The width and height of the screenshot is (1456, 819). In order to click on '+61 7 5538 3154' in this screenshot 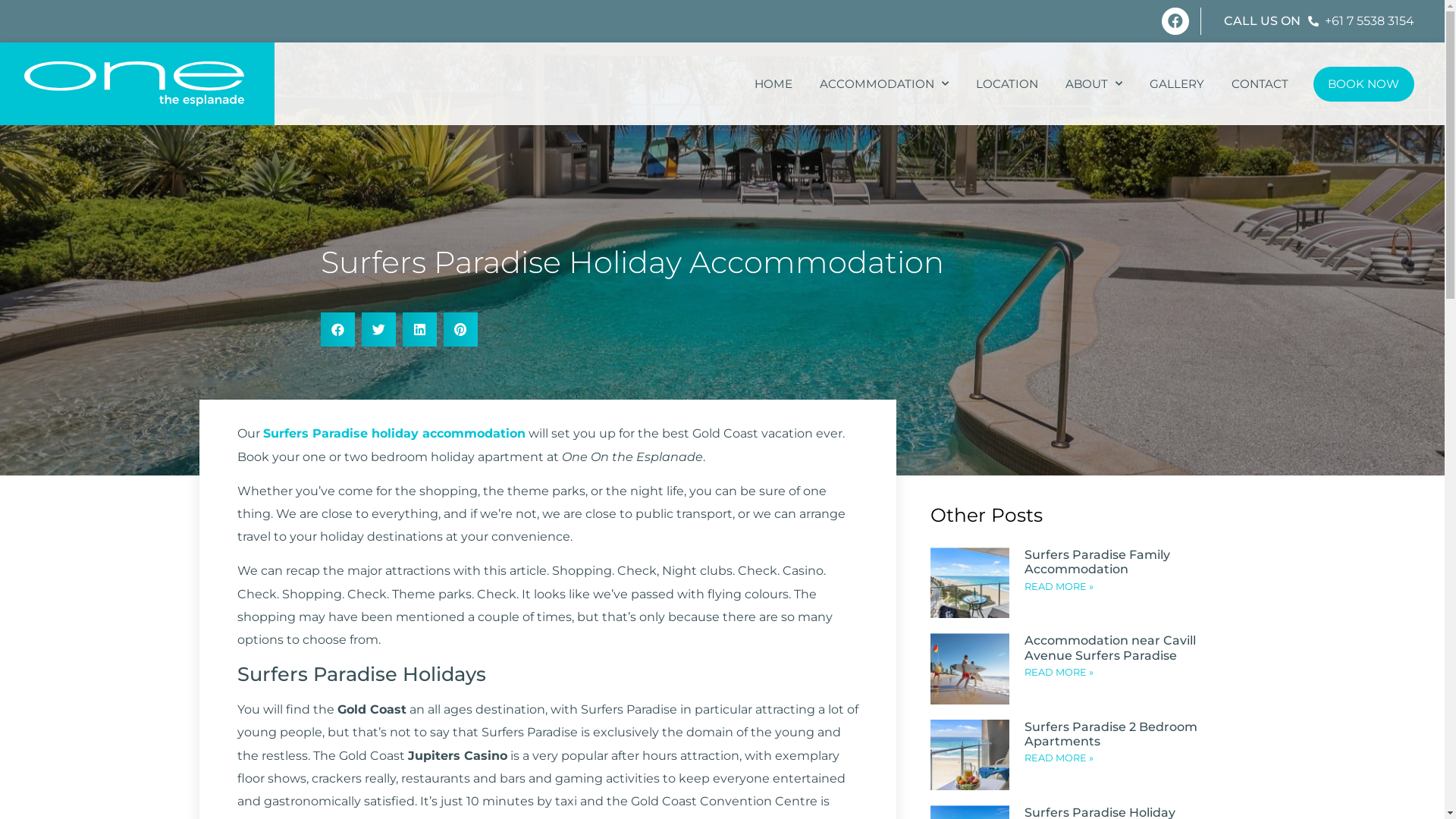, I will do `click(1360, 20)`.